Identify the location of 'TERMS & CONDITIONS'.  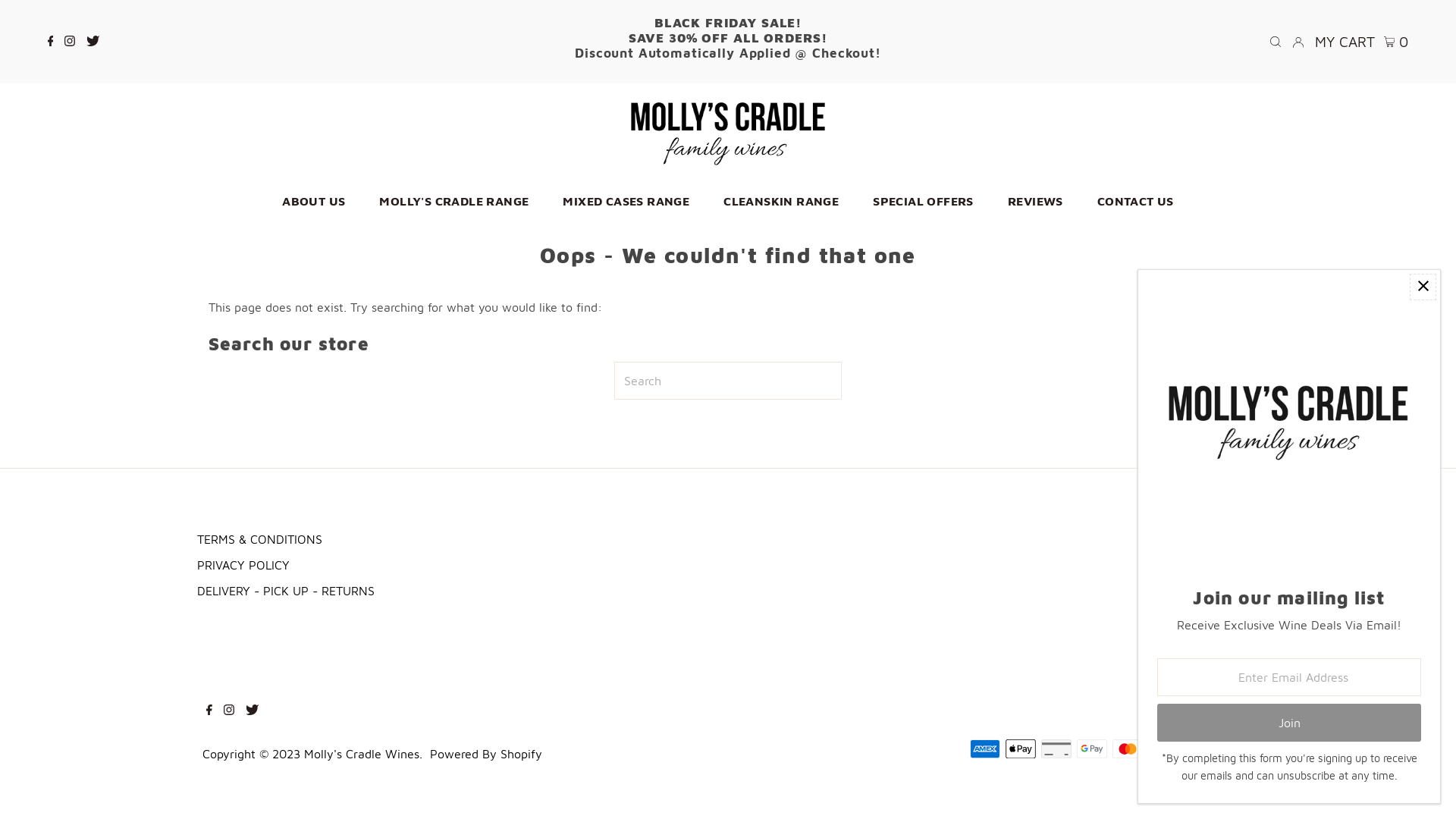
(259, 538).